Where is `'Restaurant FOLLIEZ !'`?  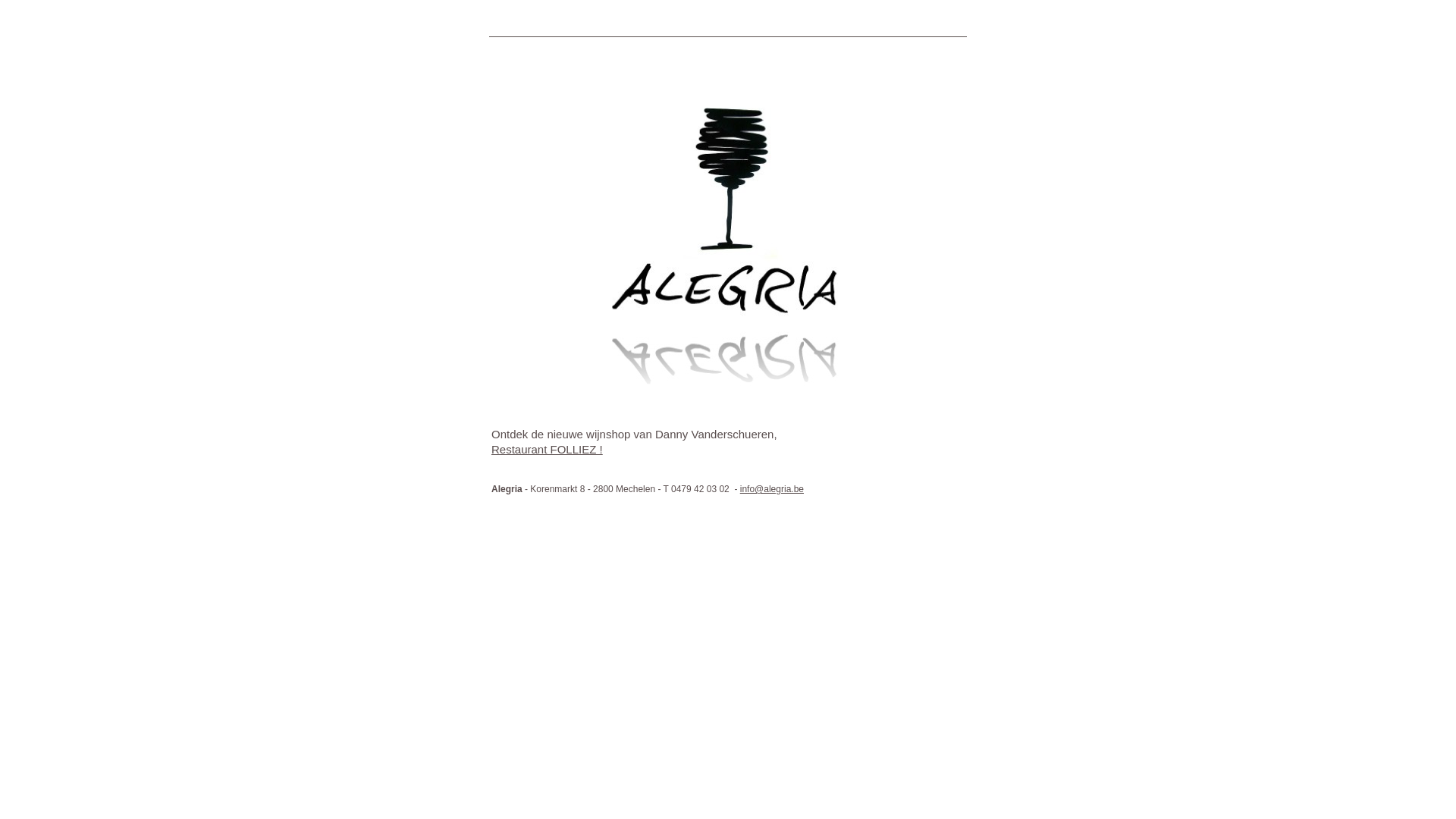 'Restaurant FOLLIEZ !' is located at coordinates (546, 448).